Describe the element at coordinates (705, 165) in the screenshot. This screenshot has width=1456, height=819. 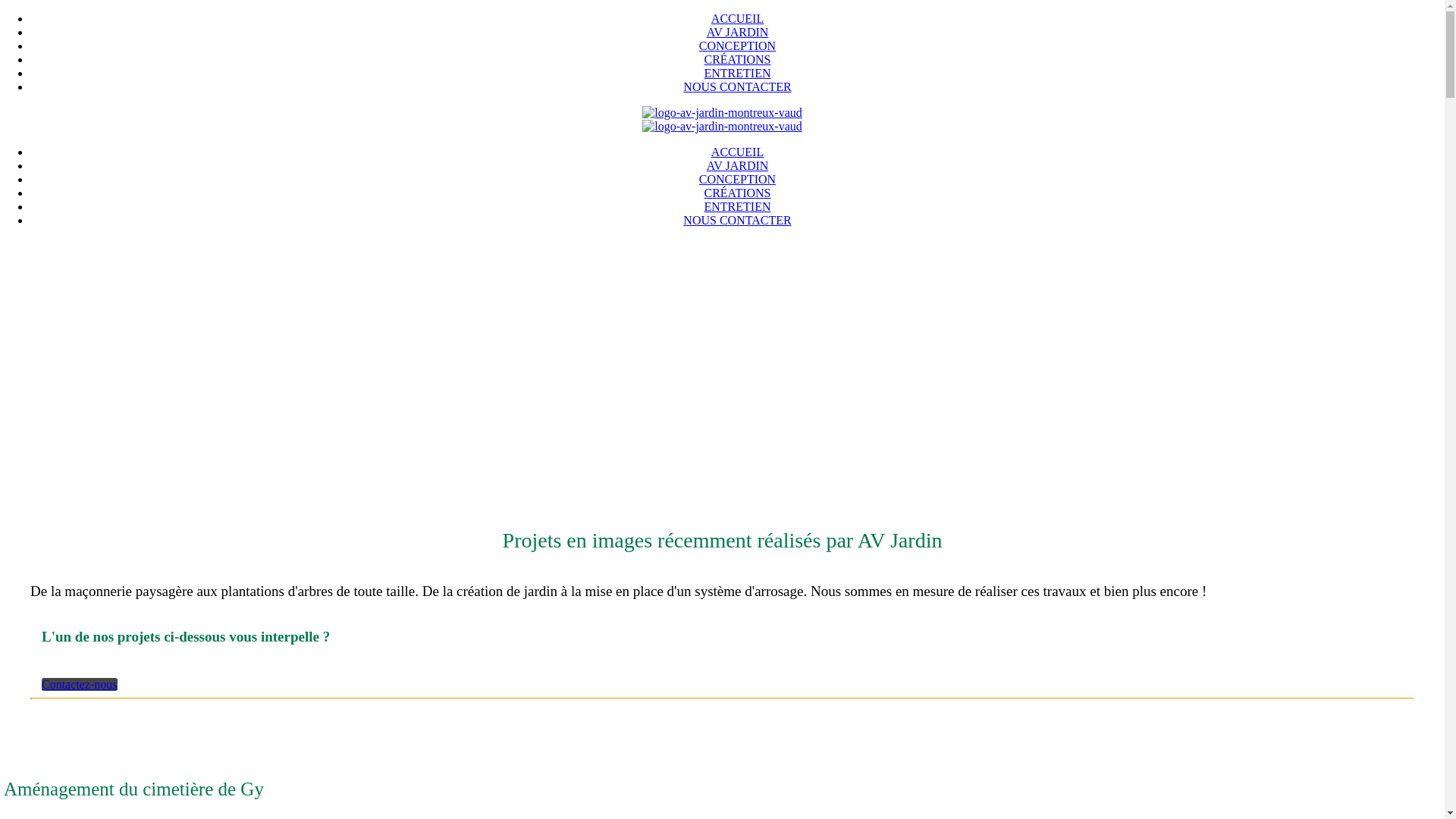
I see `'AV JARDIN'` at that location.